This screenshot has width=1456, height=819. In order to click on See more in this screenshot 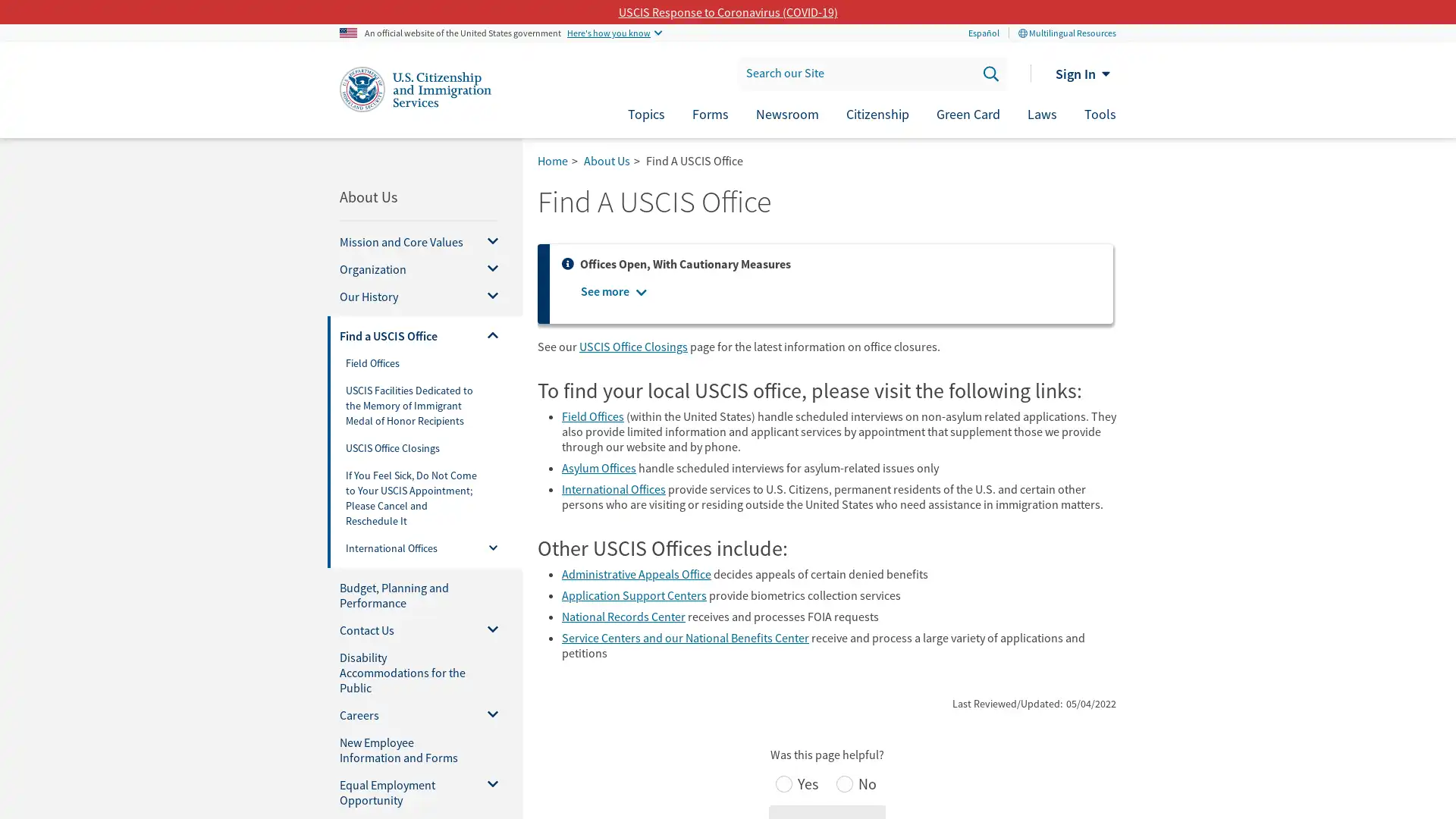, I will do `click(604, 291)`.